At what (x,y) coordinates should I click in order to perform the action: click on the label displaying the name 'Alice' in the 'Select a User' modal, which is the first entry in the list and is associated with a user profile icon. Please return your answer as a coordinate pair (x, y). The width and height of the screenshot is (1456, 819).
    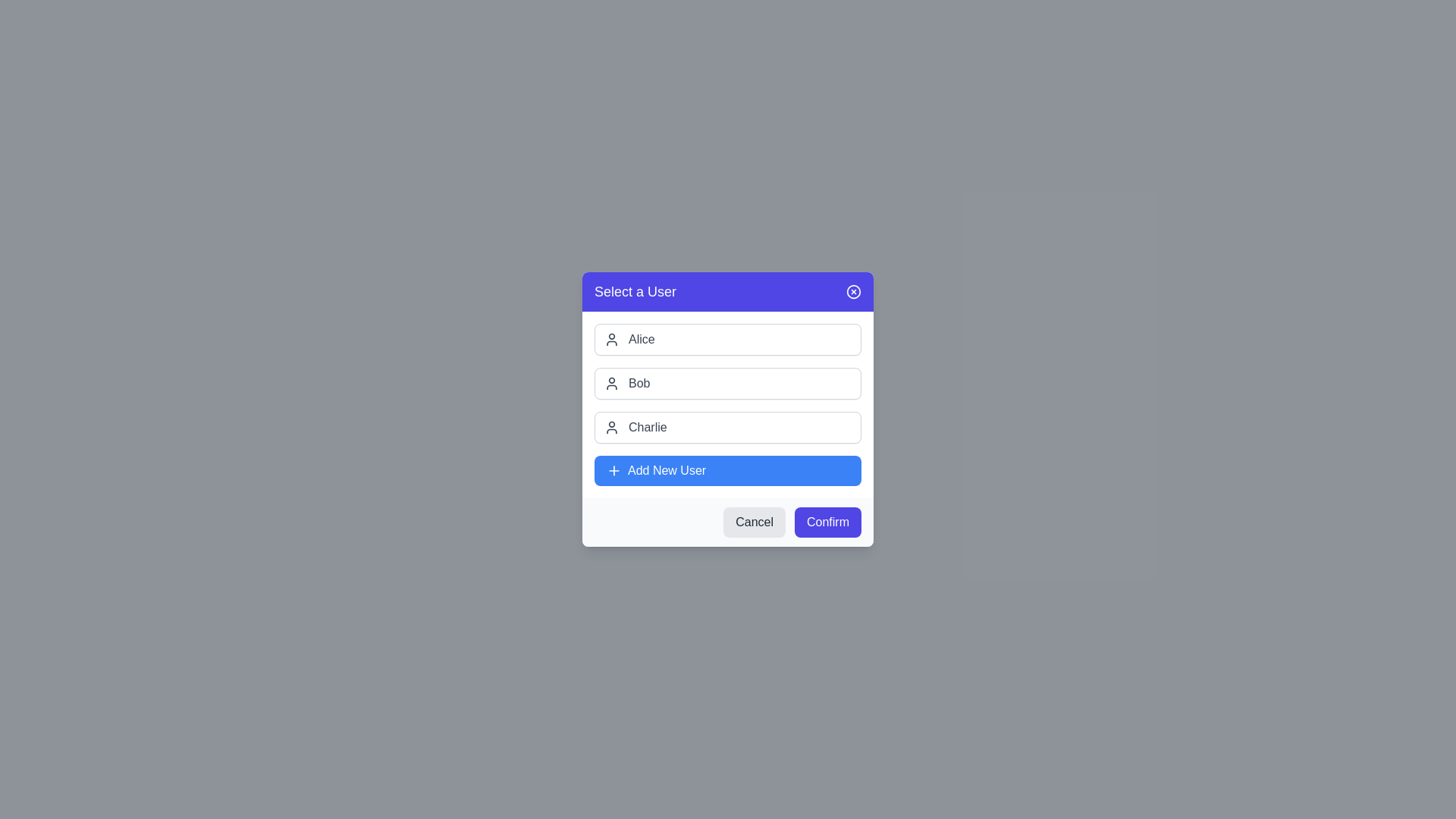
    Looking at the image, I should click on (642, 338).